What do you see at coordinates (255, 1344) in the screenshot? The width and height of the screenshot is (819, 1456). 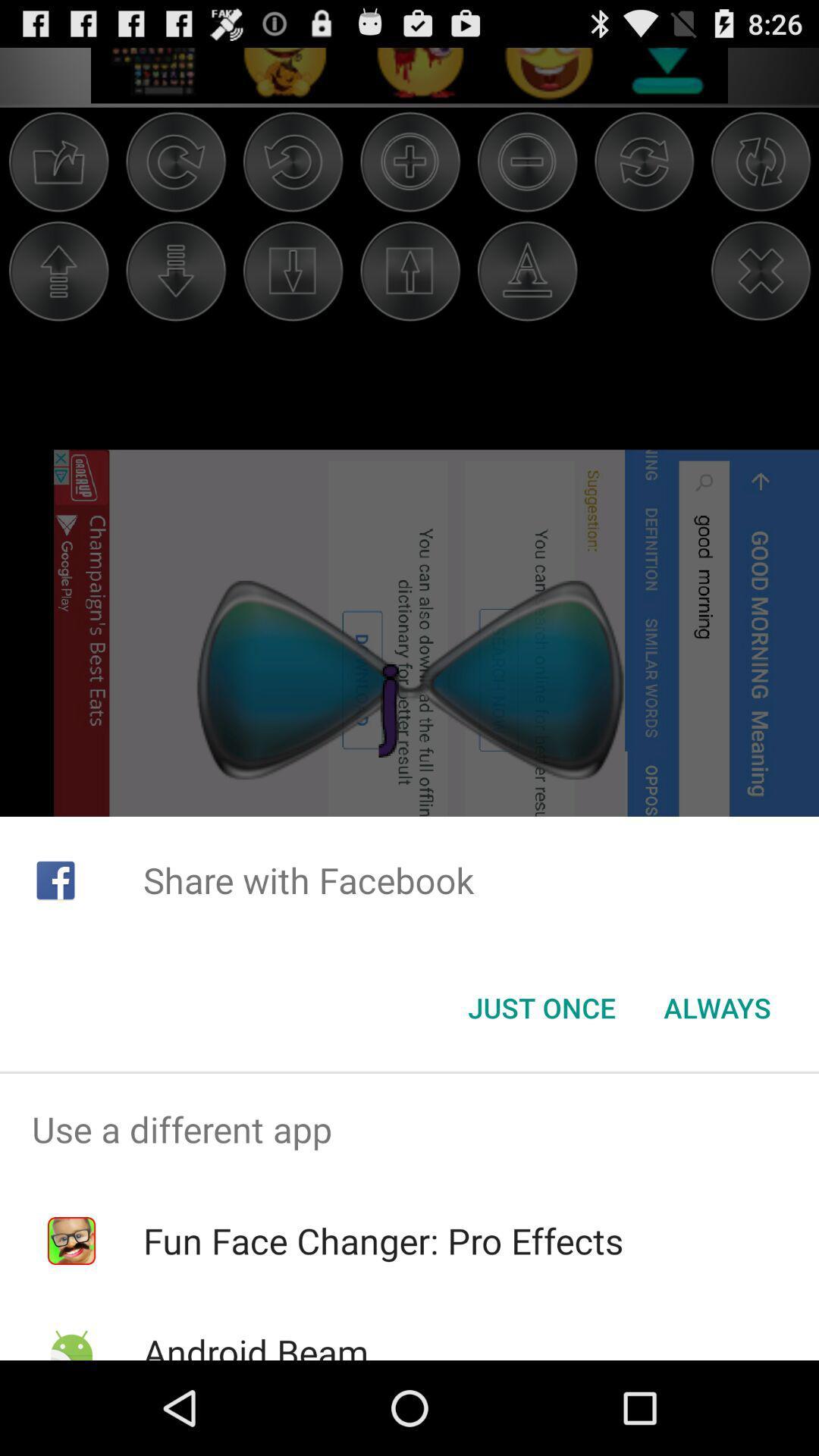 I see `the icon below the fun face changer app` at bounding box center [255, 1344].